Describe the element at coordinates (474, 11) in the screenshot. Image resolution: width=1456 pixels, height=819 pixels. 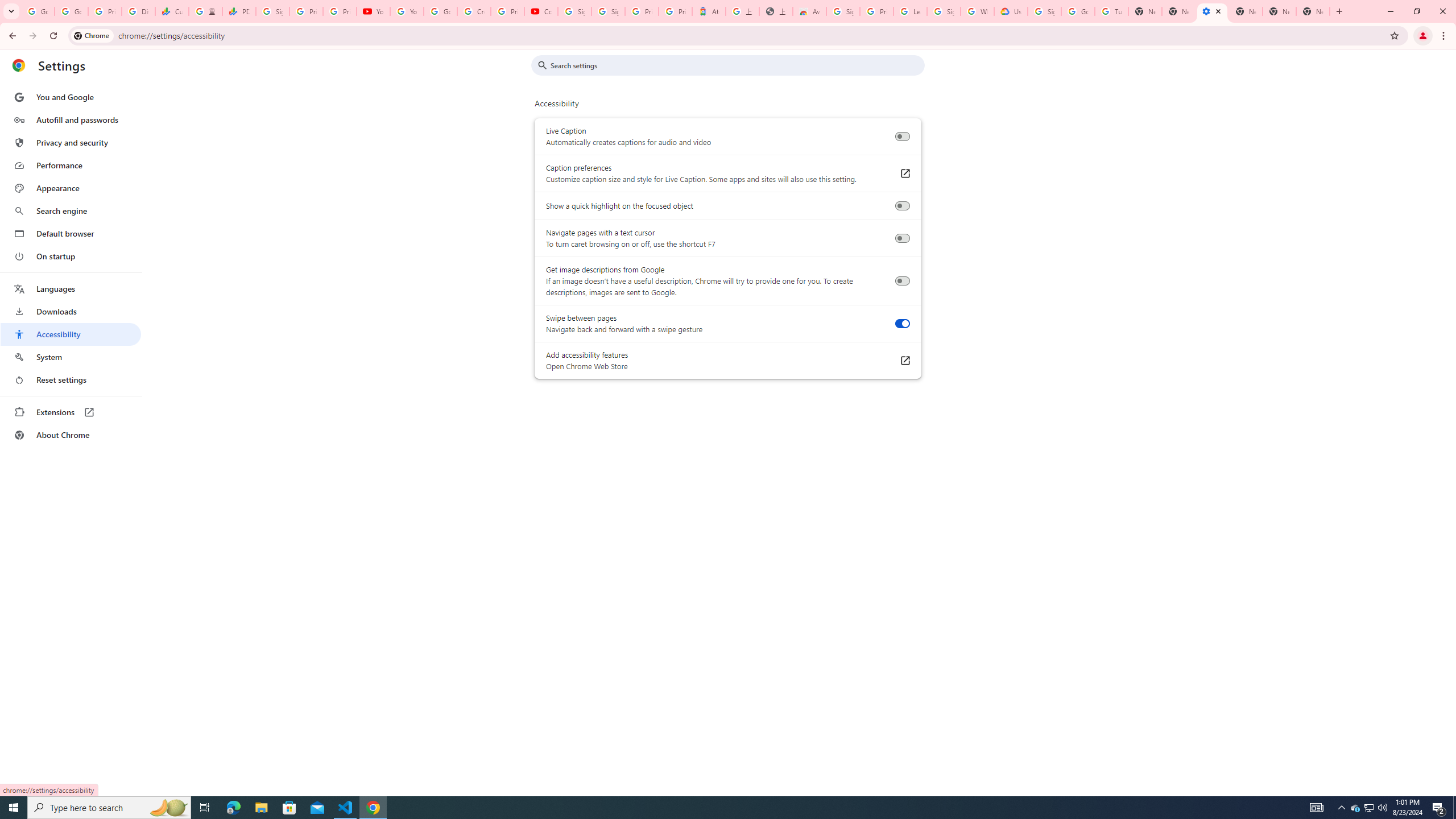
I see `'Create your Google Account'` at that location.